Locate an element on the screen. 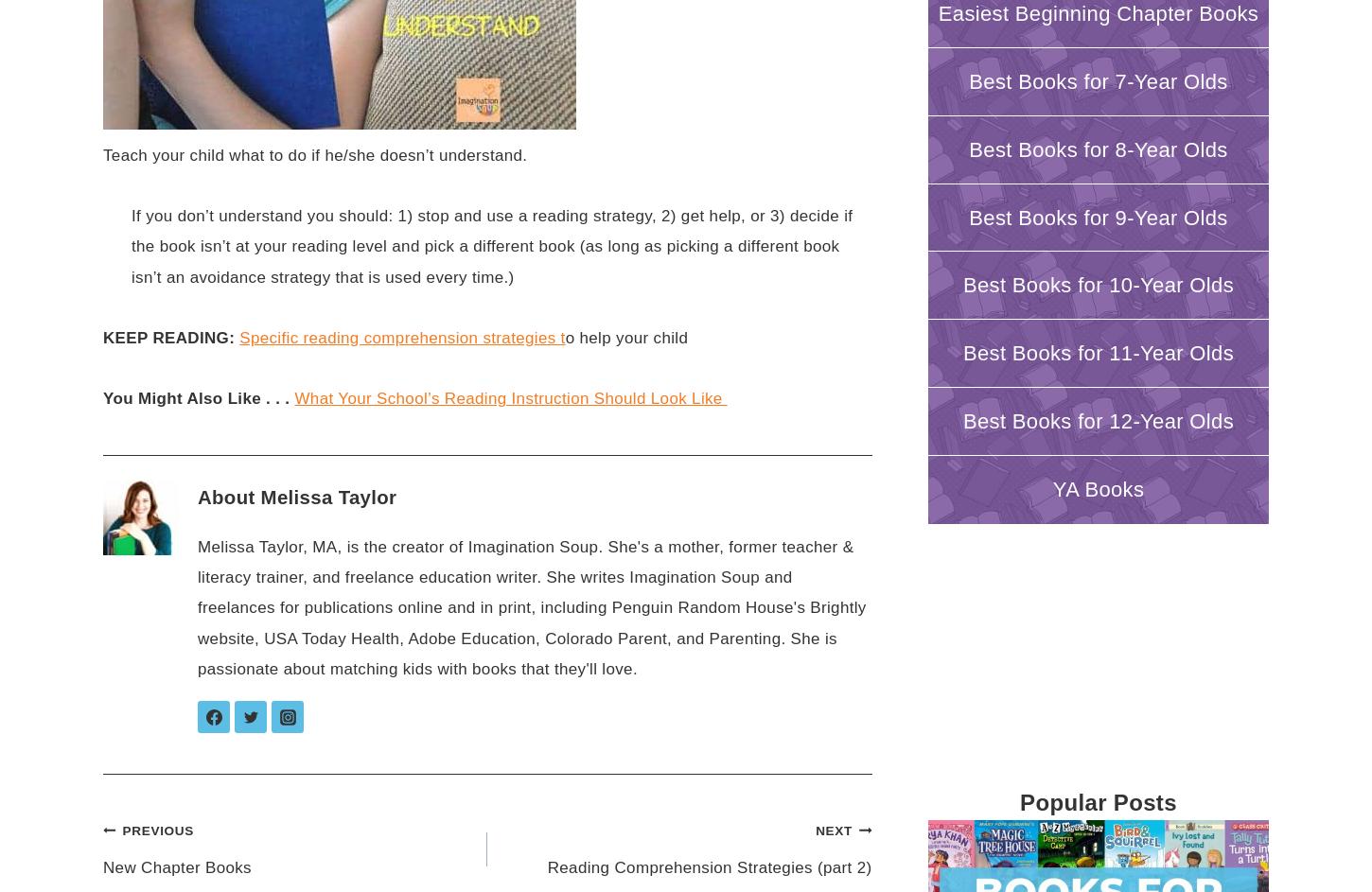 This screenshot has height=892, width=1372. 'Best Books for 8-Year Olds​' is located at coordinates (1097, 149).